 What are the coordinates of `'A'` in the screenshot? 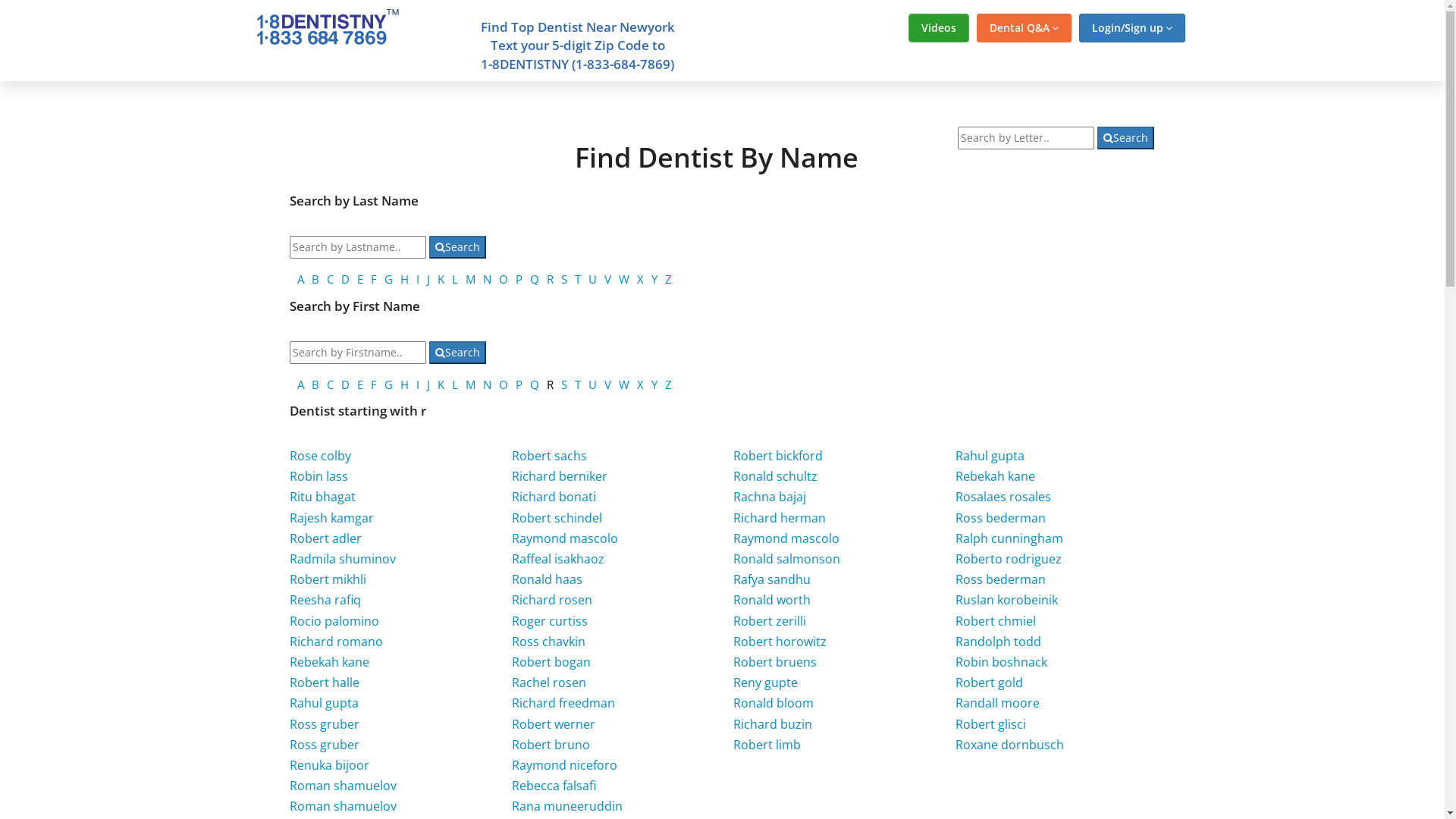 It's located at (300, 383).